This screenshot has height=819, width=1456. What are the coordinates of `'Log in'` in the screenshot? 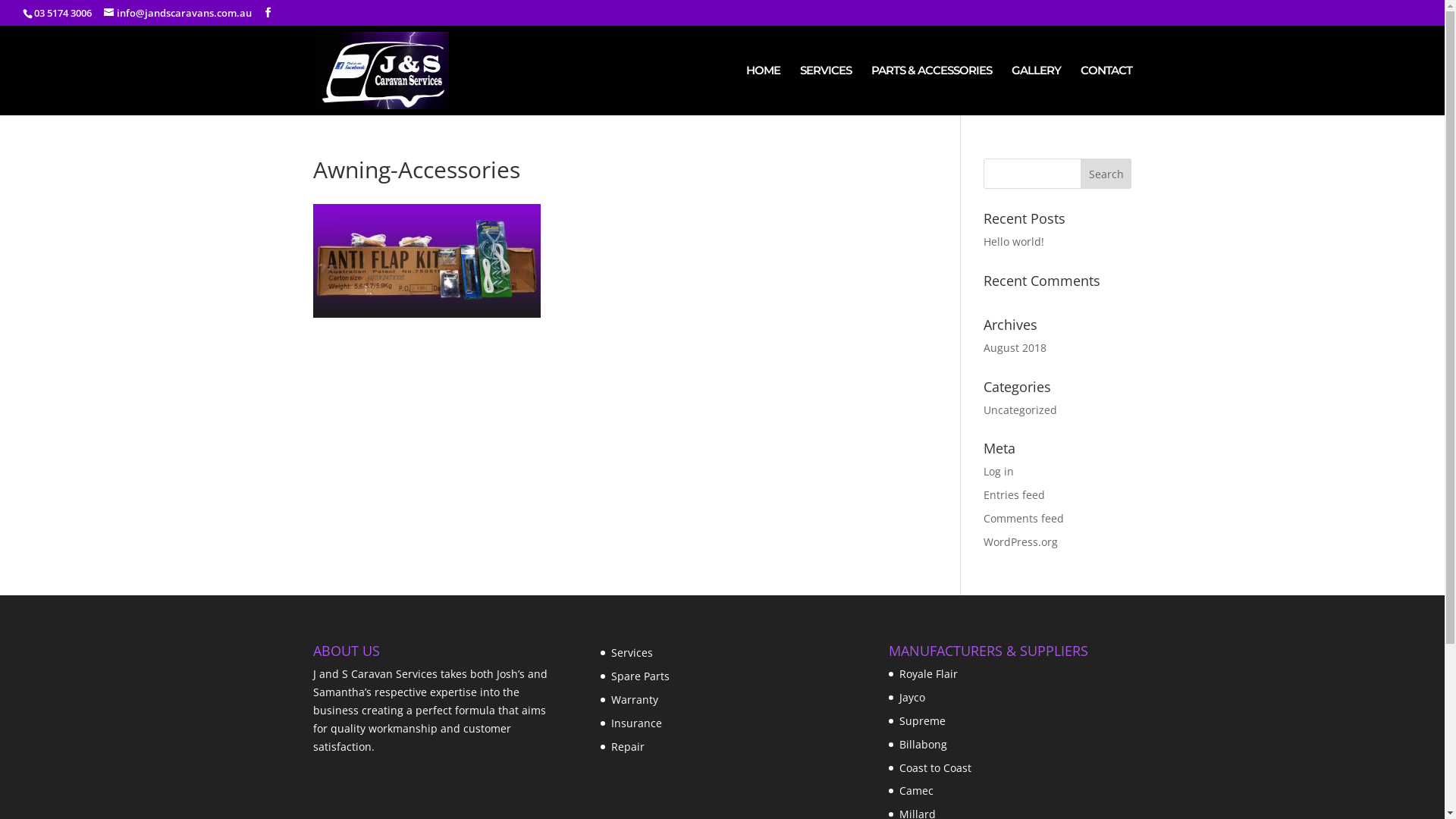 It's located at (998, 470).